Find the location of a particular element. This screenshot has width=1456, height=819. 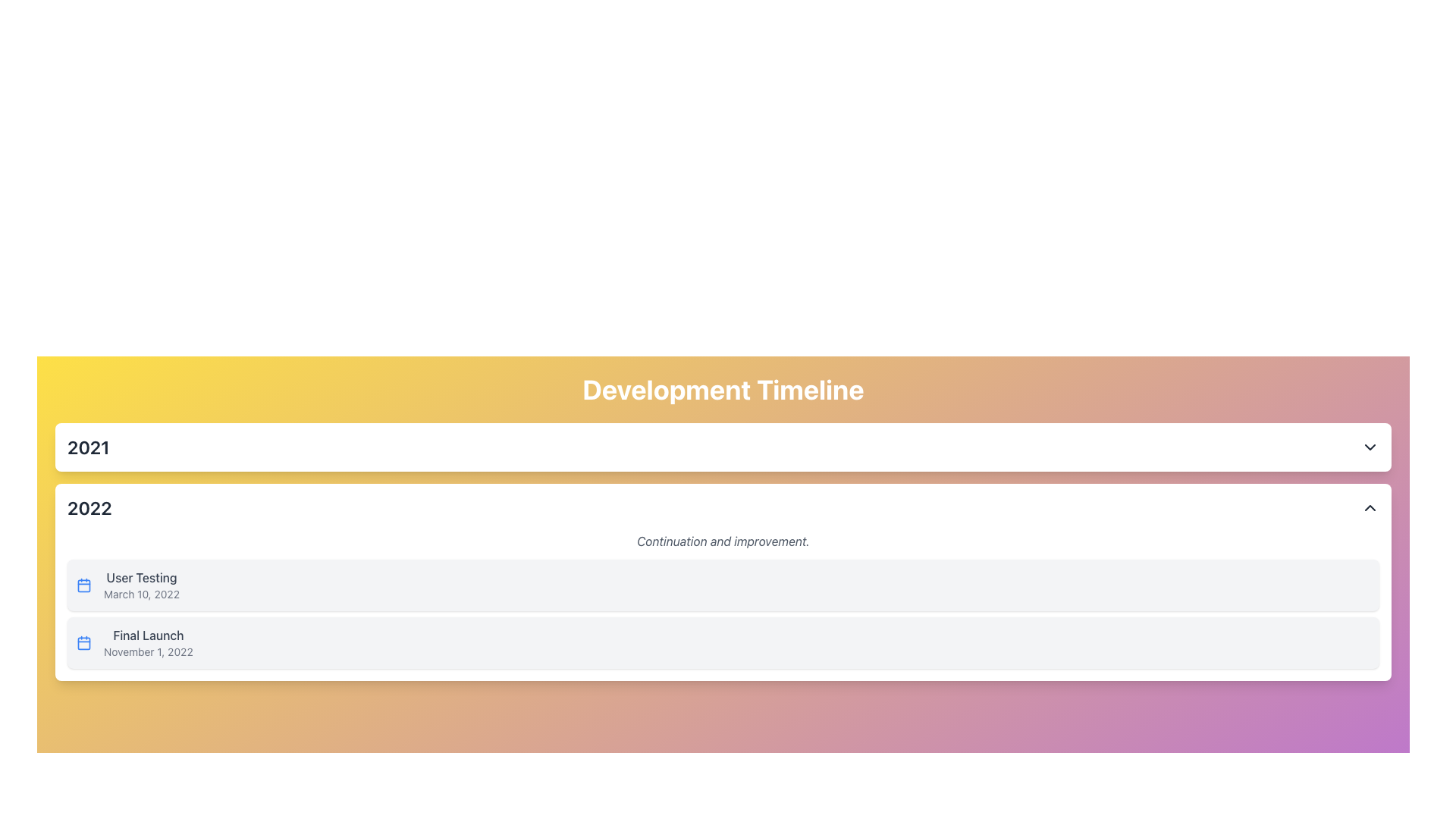

the calendar icon located to the left of the text 'Final Launch November 1, 2022', which is part of a rounded rectangular card in the timeline entry for the year '2022' is located at coordinates (83, 643).